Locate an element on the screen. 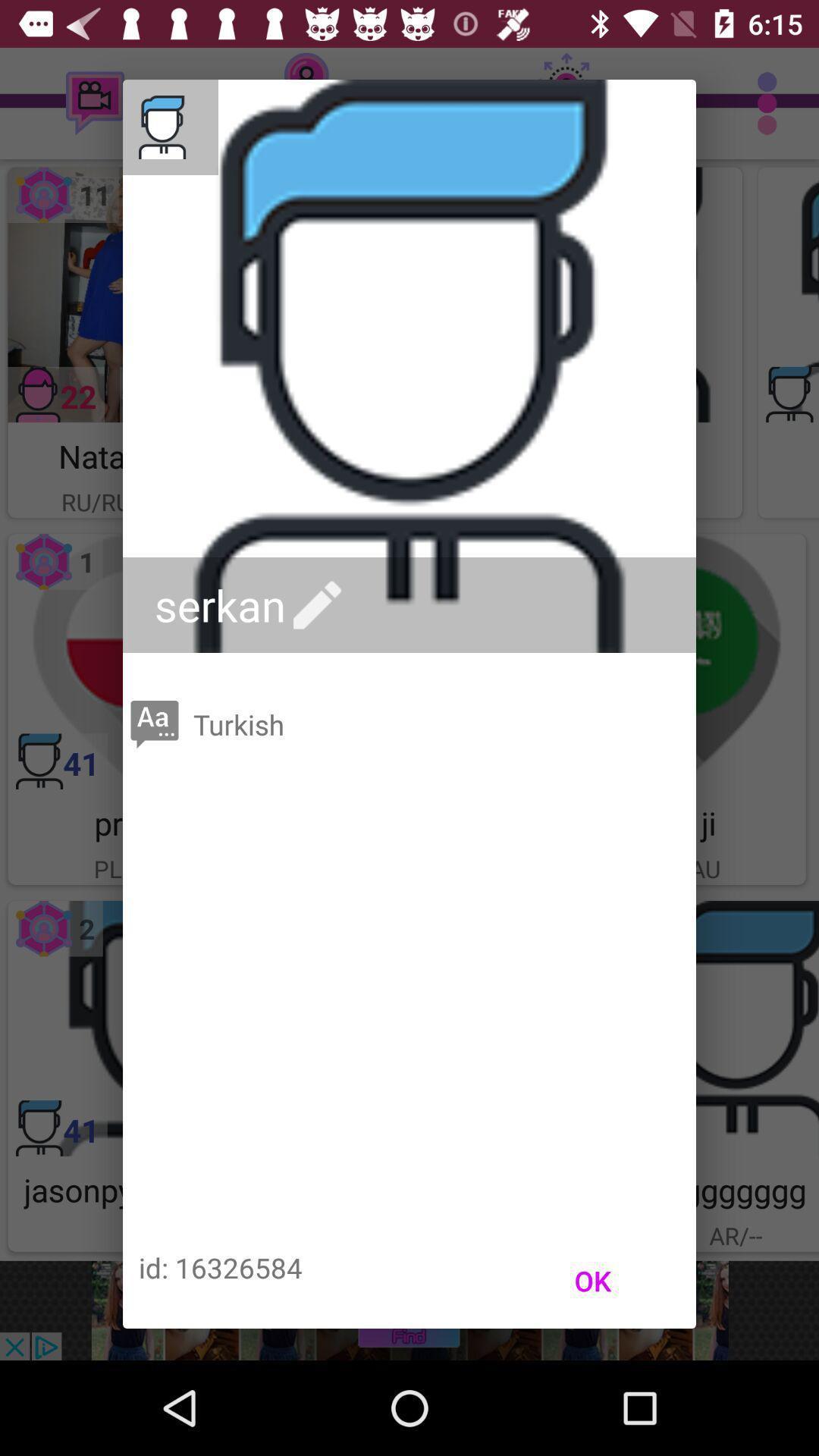  the serkan is located at coordinates (251, 604).